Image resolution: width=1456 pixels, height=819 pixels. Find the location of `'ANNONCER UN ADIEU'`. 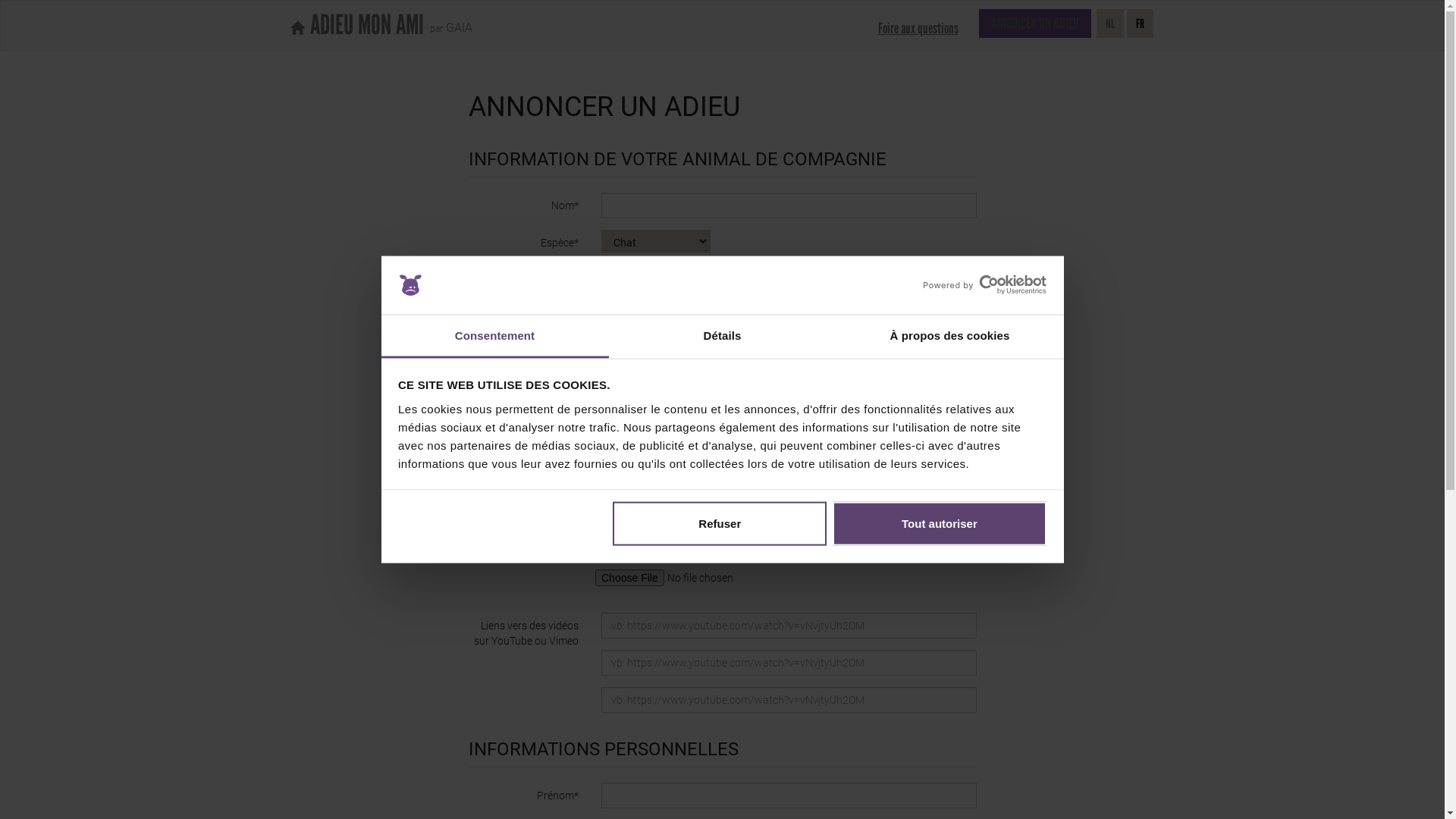

'ANNONCER UN ADIEU' is located at coordinates (978, 23).